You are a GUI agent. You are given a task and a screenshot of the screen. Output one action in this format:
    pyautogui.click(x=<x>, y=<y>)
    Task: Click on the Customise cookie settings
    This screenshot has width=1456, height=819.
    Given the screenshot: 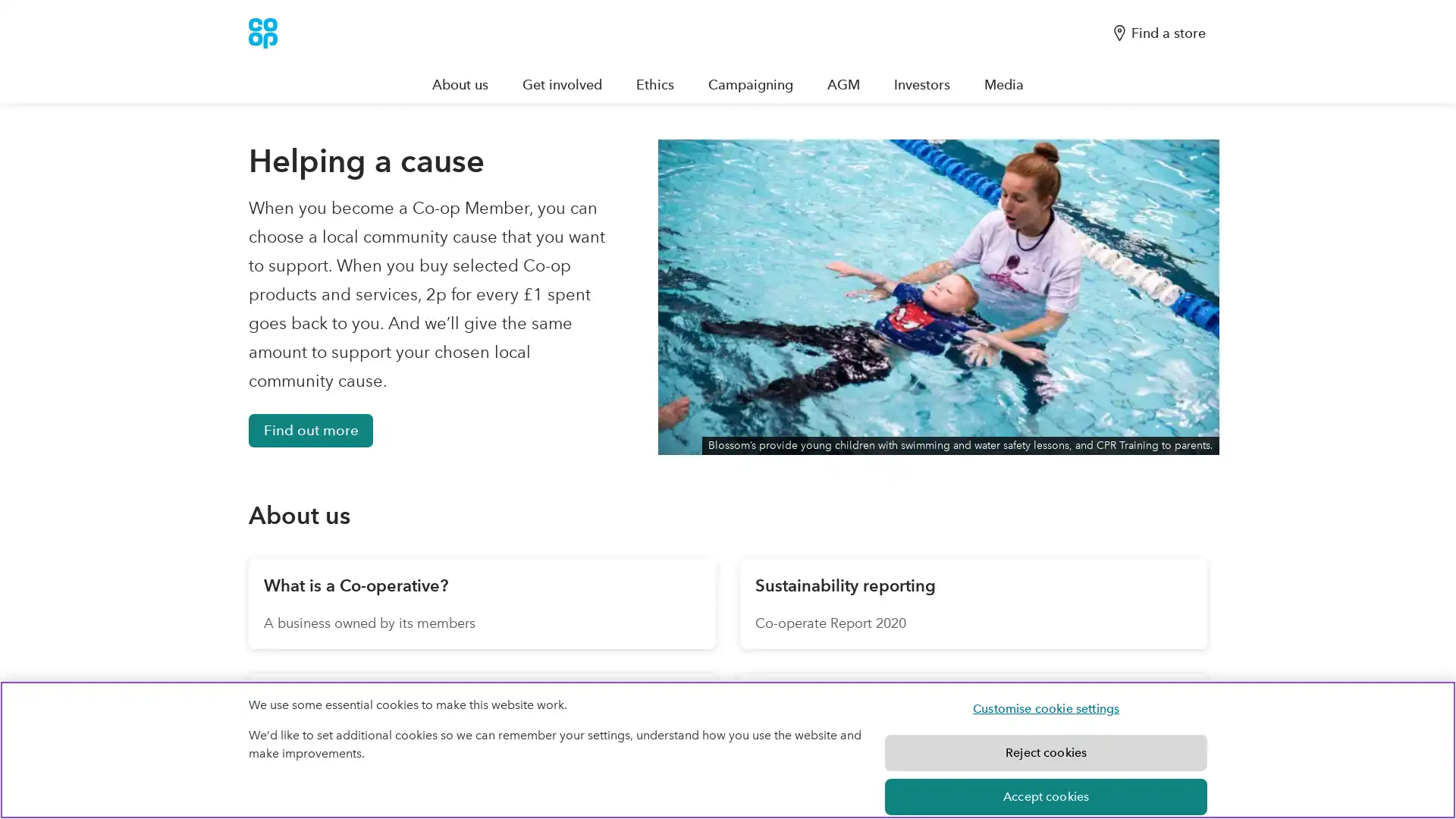 What is the action you would take?
    pyautogui.click(x=1044, y=708)
    